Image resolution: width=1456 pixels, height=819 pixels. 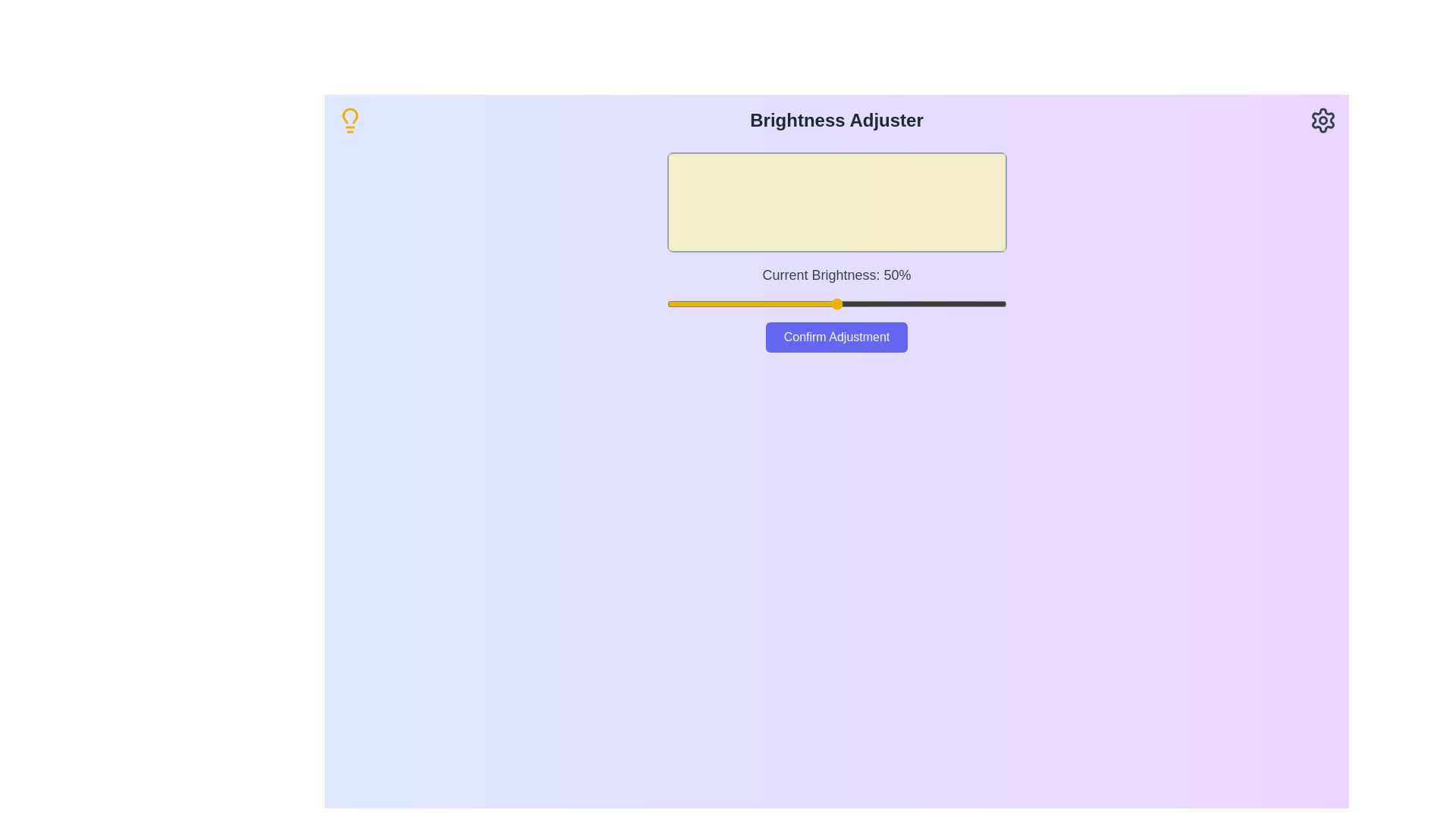 What do you see at coordinates (955, 304) in the screenshot?
I see `the brightness slider to 85%` at bounding box center [955, 304].